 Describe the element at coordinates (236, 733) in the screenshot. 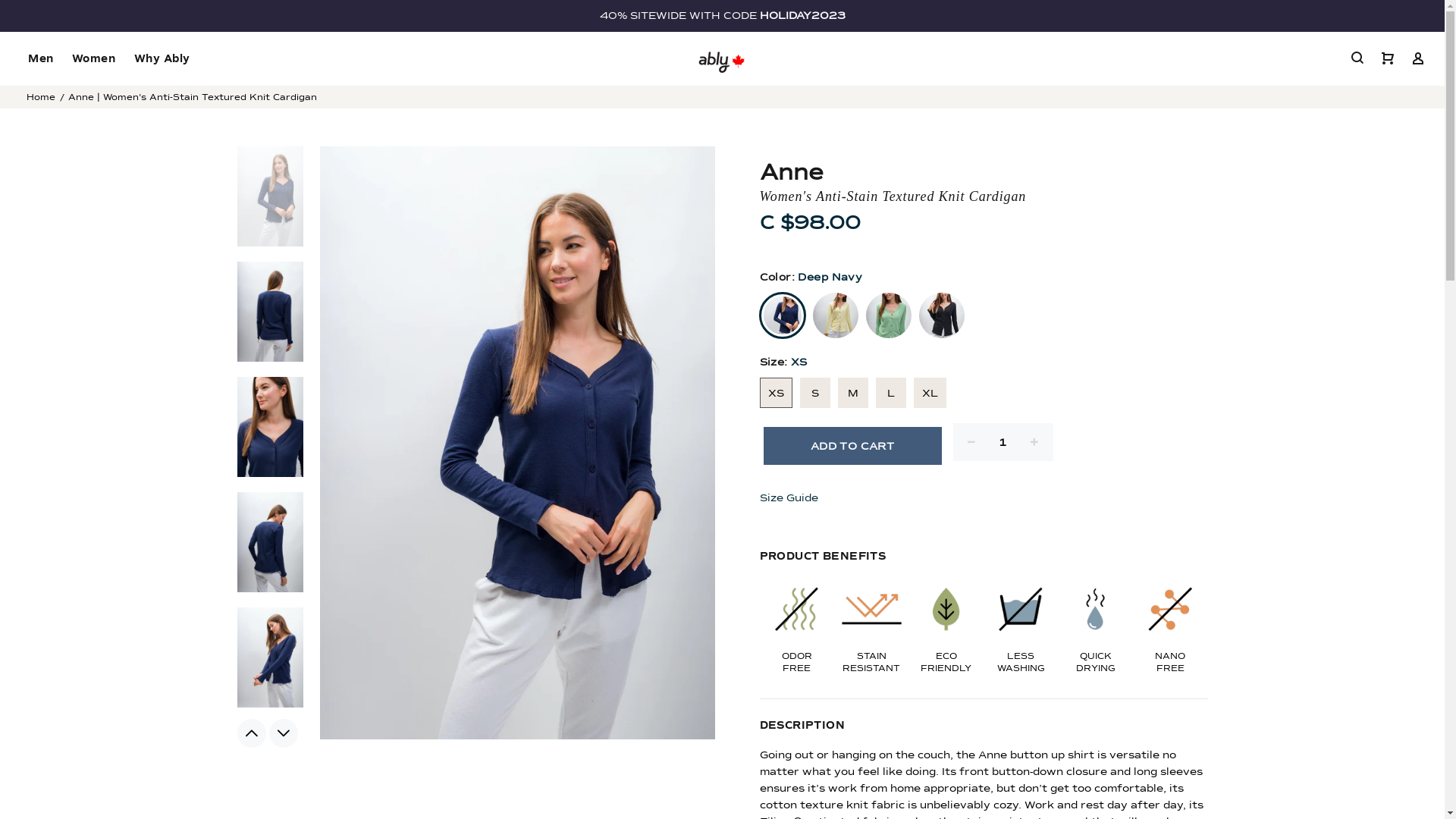

I see `'Previous'` at that location.